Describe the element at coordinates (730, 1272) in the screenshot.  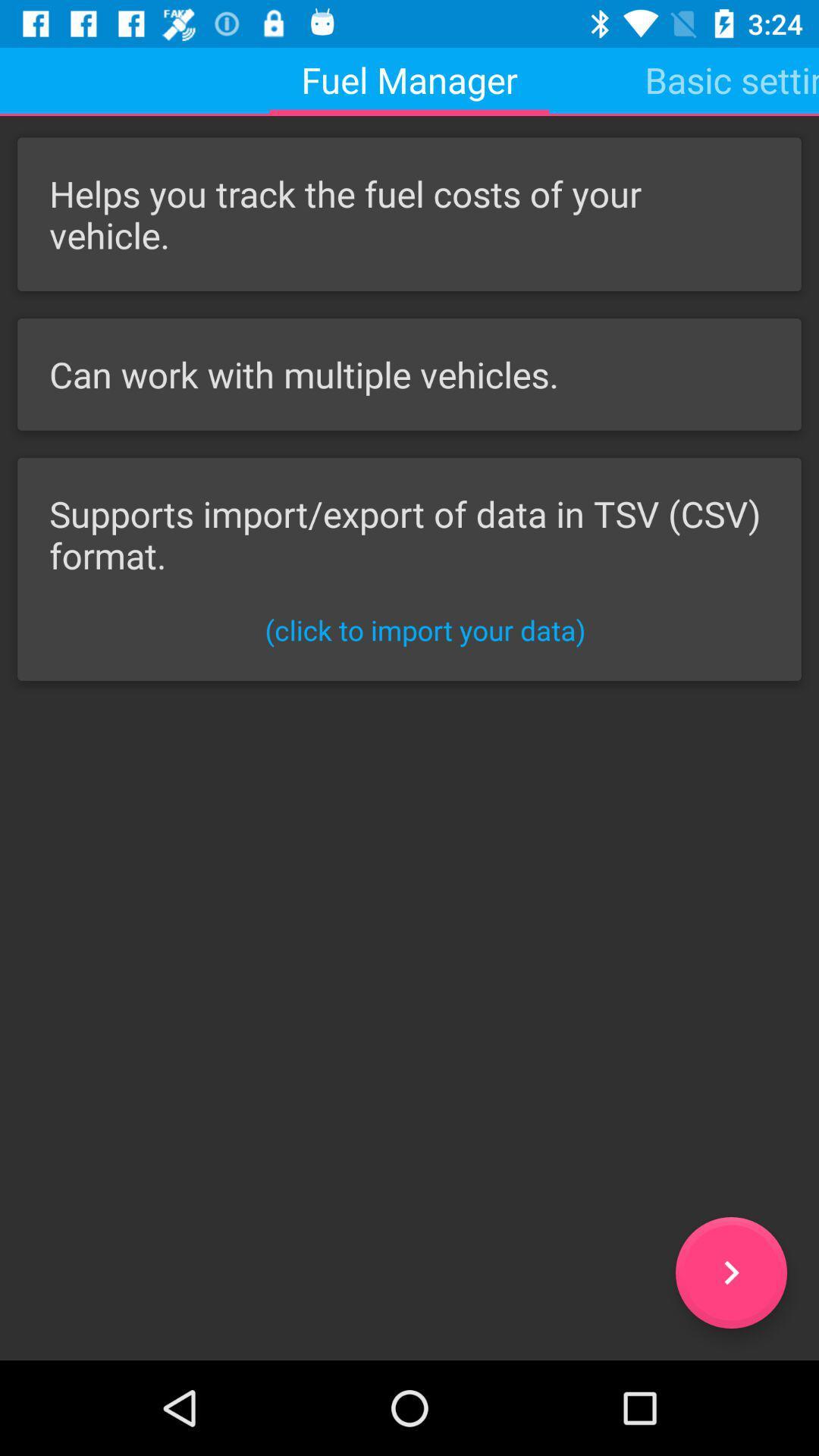
I see `the arrow_forward icon` at that location.